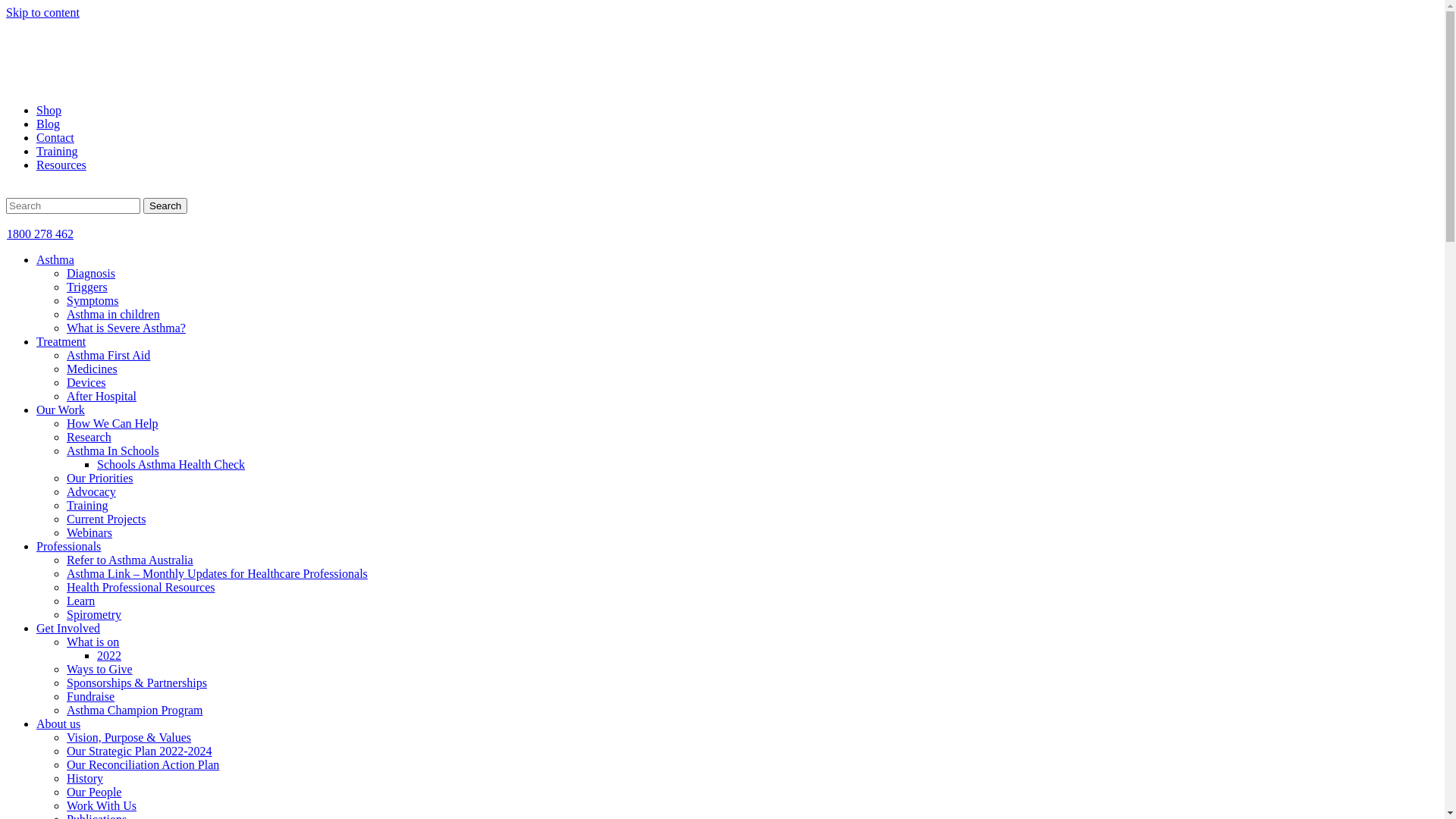 Image resolution: width=1456 pixels, height=819 pixels. What do you see at coordinates (36, 341) in the screenshot?
I see `'Treatment'` at bounding box center [36, 341].